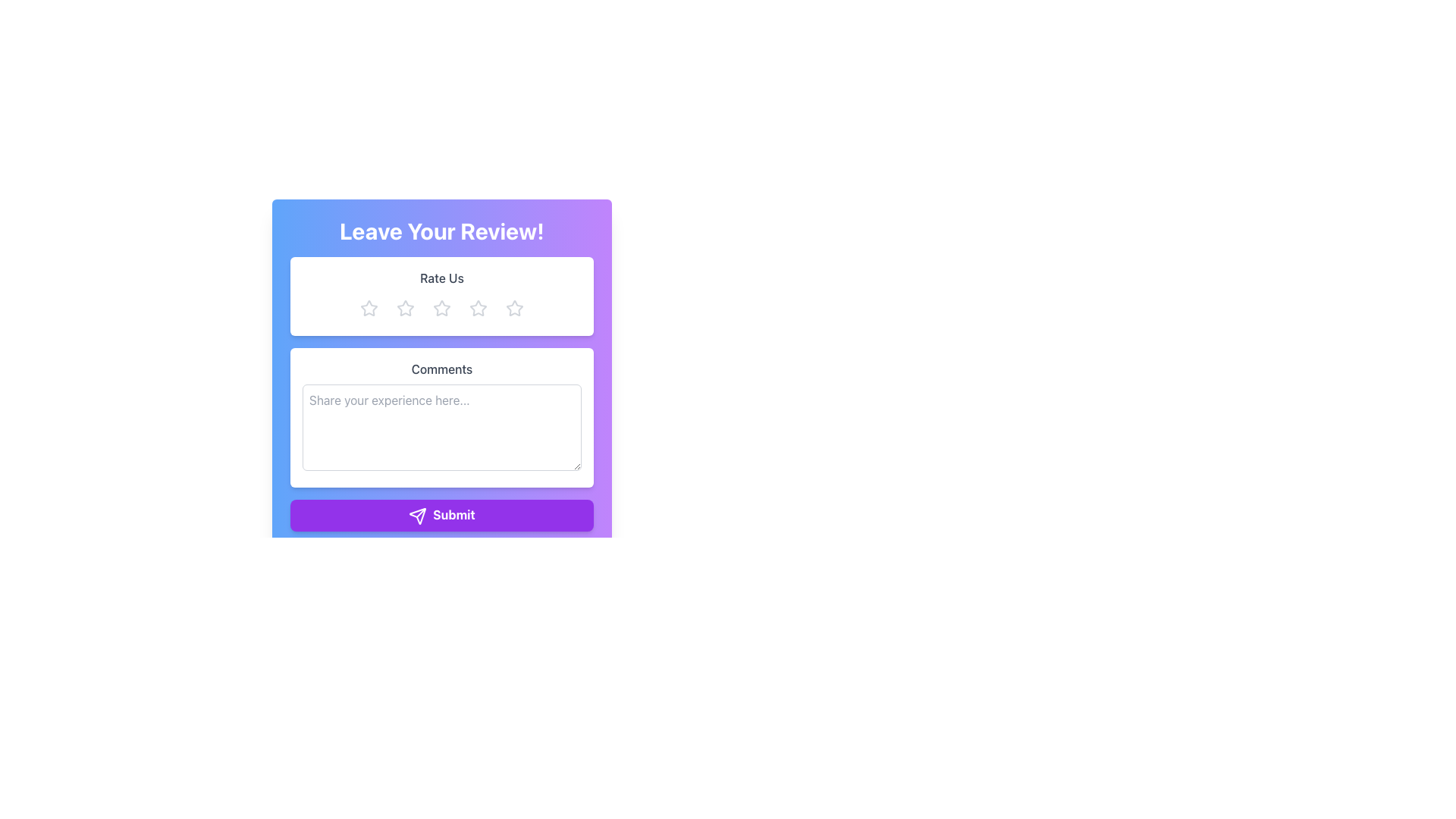 Image resolution: width=1456 pixels, height=819 pixels. What do you see at coordinates (514, 307) in the screenshot?
I see `the fifth star icon in the rating input mechanism` at bounding box center [514, 307].